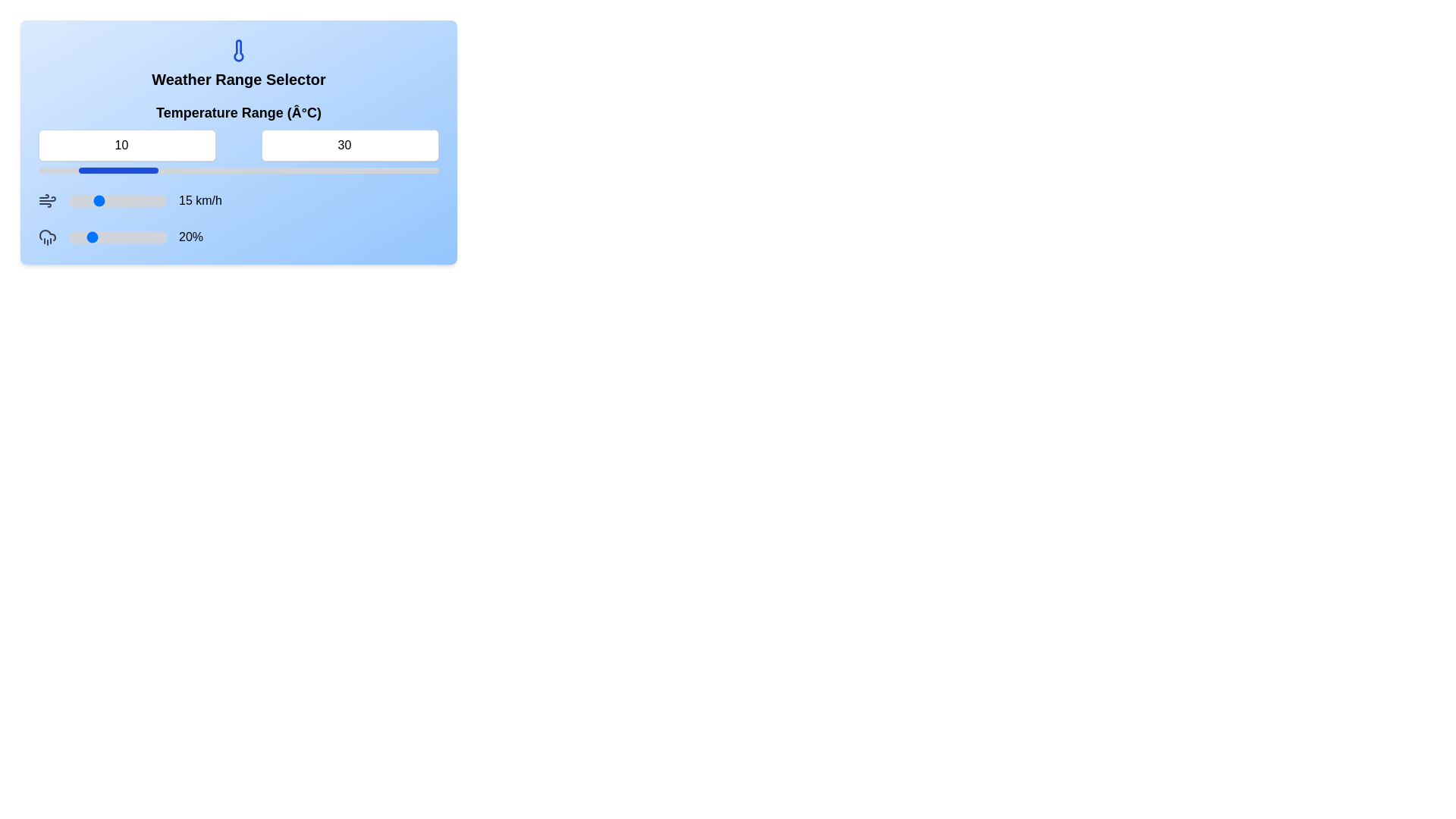 The width and height of the screenshot is (1456, 819). Describe the element at coordinates (199, 200) in the screenshot. I see `the text label displaying the current wind speed value, which shows '15 km/h' and is located to the right of the slider control` at that location.